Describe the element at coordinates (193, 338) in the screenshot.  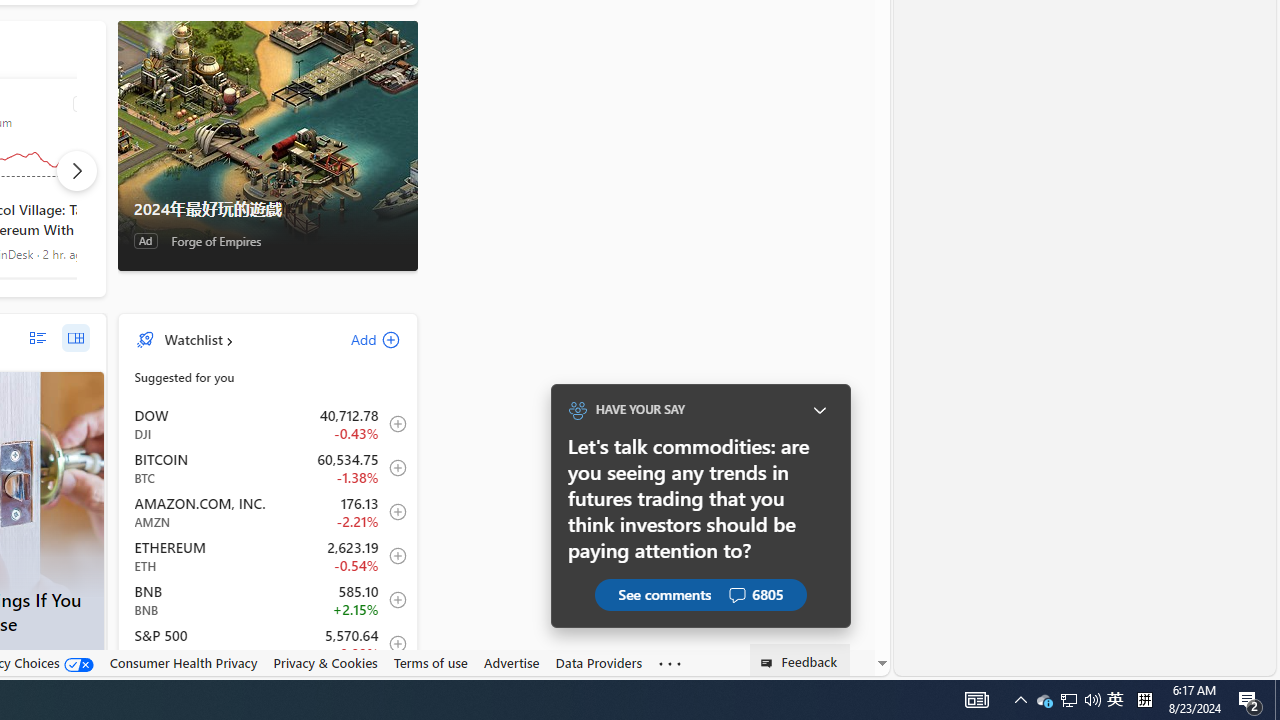
I see `'Watchlist'` at that location.